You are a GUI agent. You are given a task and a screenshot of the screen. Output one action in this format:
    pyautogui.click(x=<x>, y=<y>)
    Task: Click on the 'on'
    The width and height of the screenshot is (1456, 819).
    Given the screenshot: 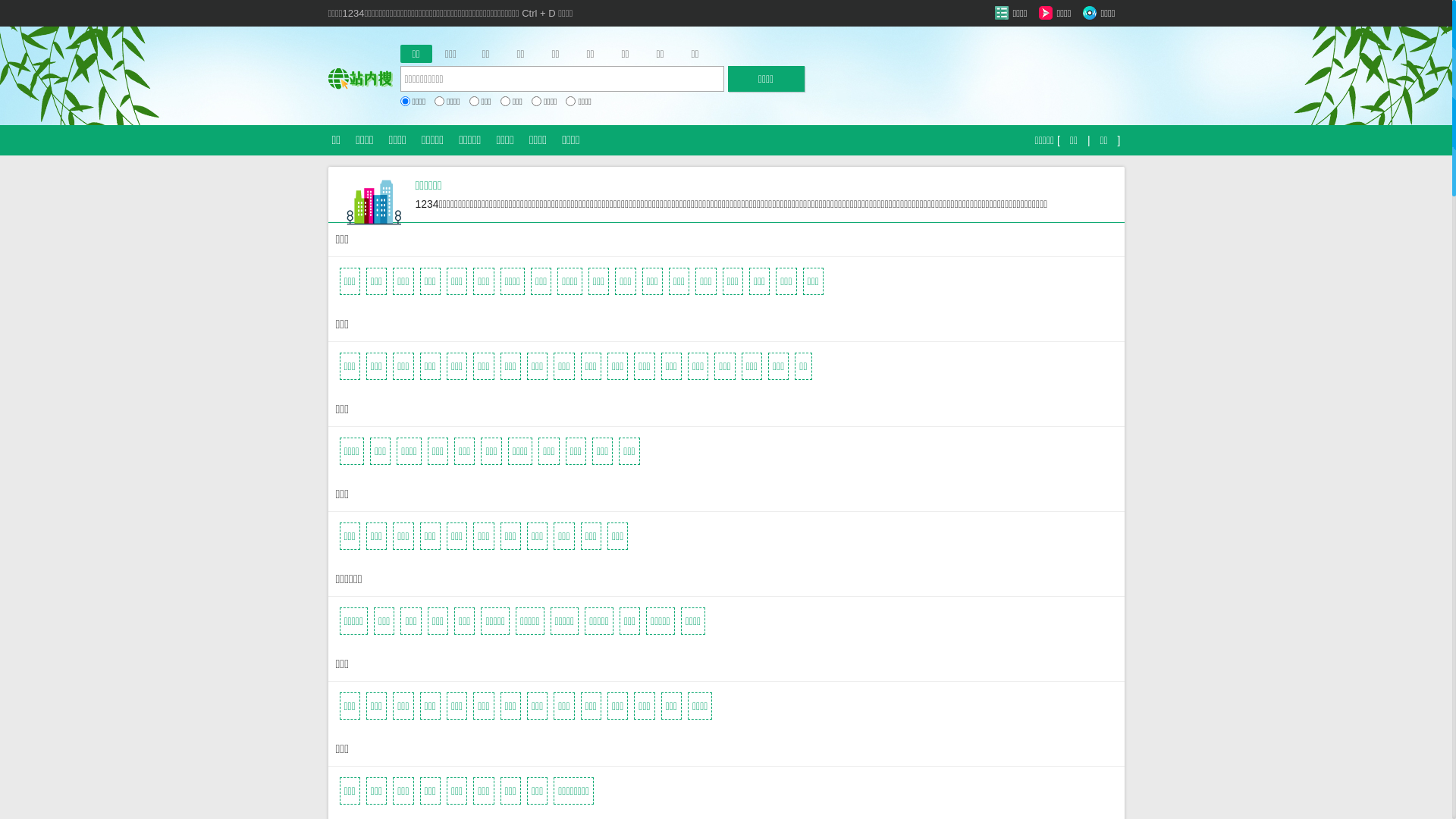 What is the action you would take?
    pyautogui.click(x=473, y=101)
    